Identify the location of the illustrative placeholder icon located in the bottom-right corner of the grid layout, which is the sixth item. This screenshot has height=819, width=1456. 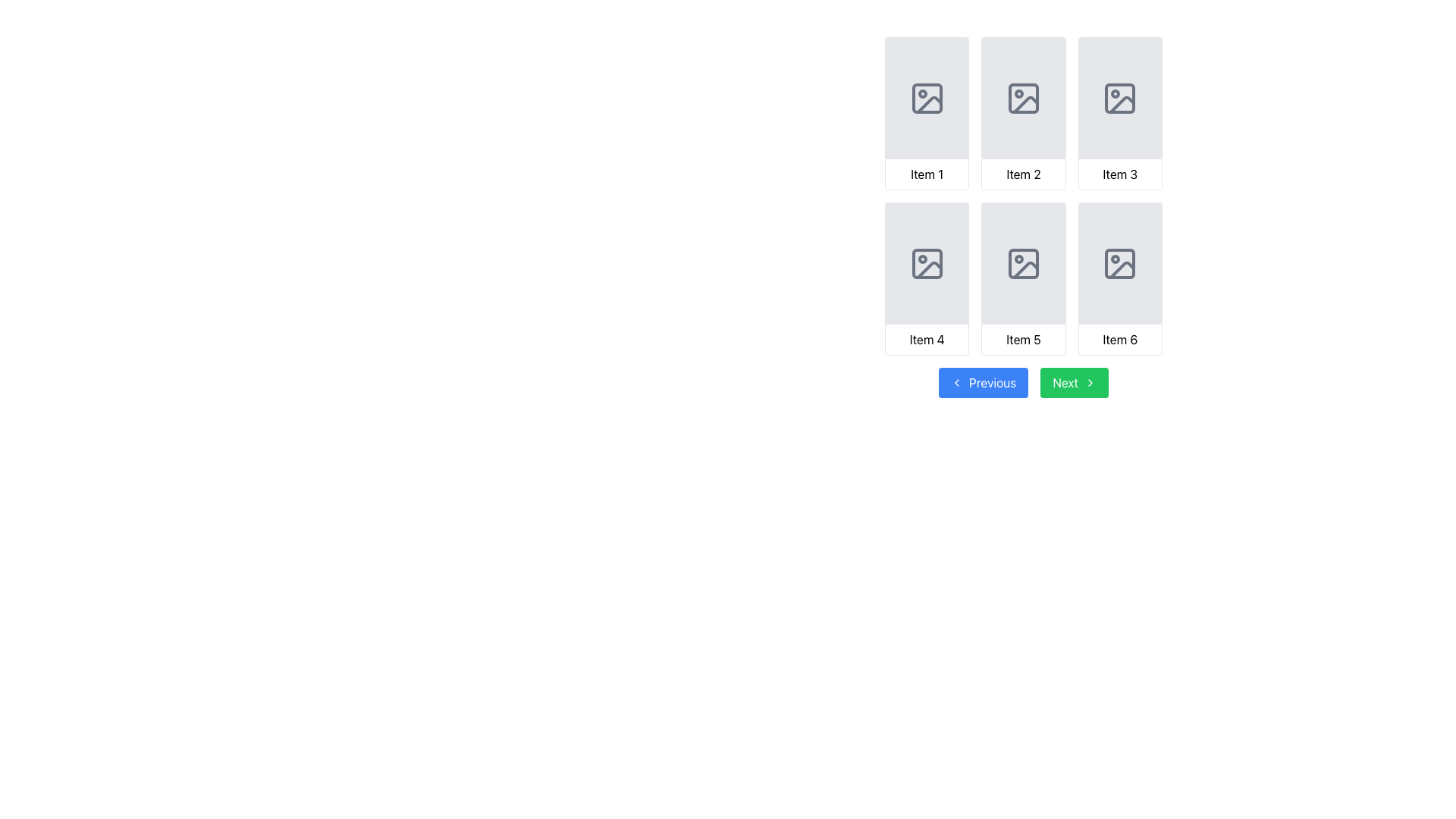
(1120, 262).